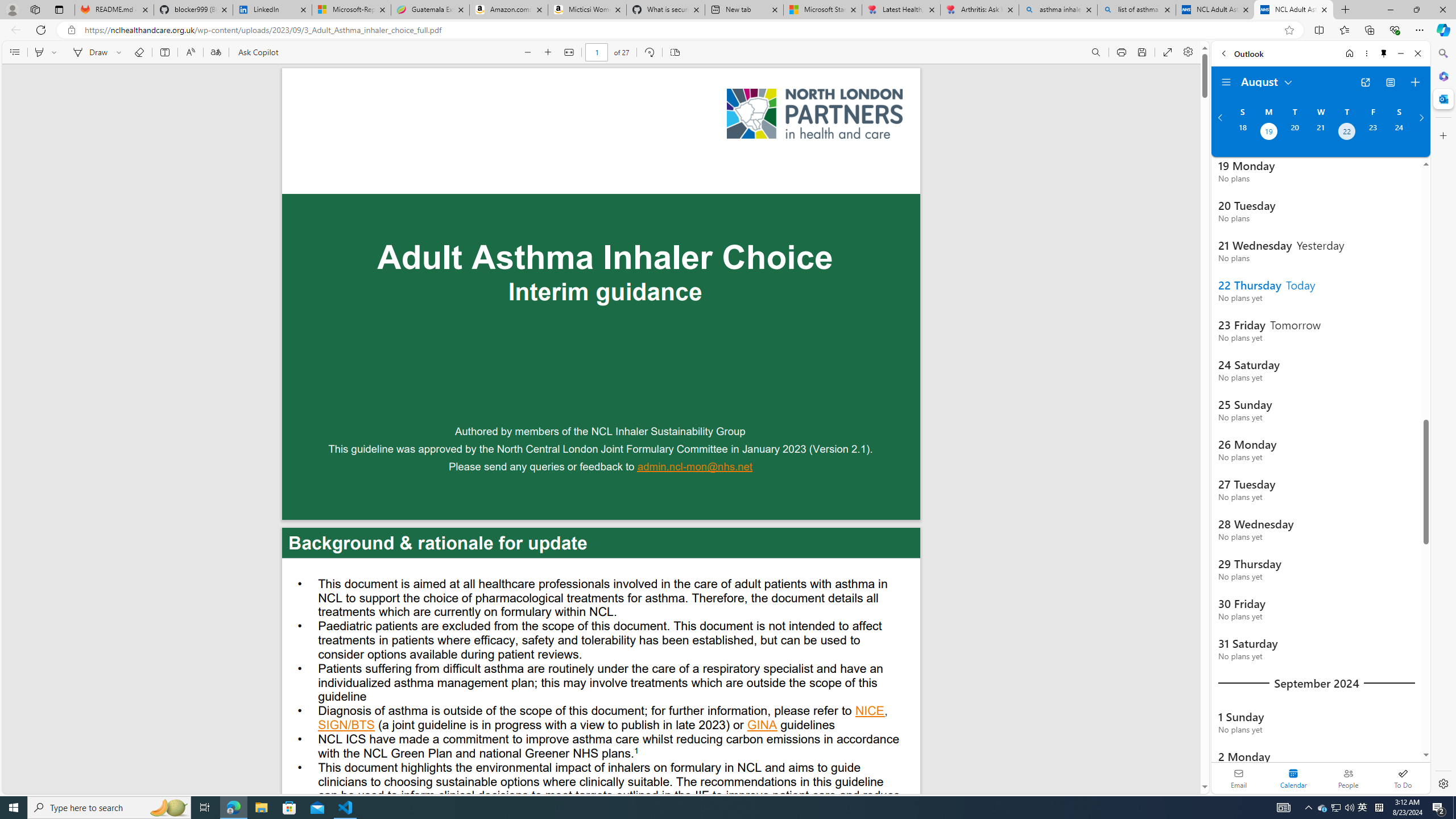 Image resolution: width=1456 pixels, height=819 pixels. I want to click on 'Folder navigation', so click(1226, 82).